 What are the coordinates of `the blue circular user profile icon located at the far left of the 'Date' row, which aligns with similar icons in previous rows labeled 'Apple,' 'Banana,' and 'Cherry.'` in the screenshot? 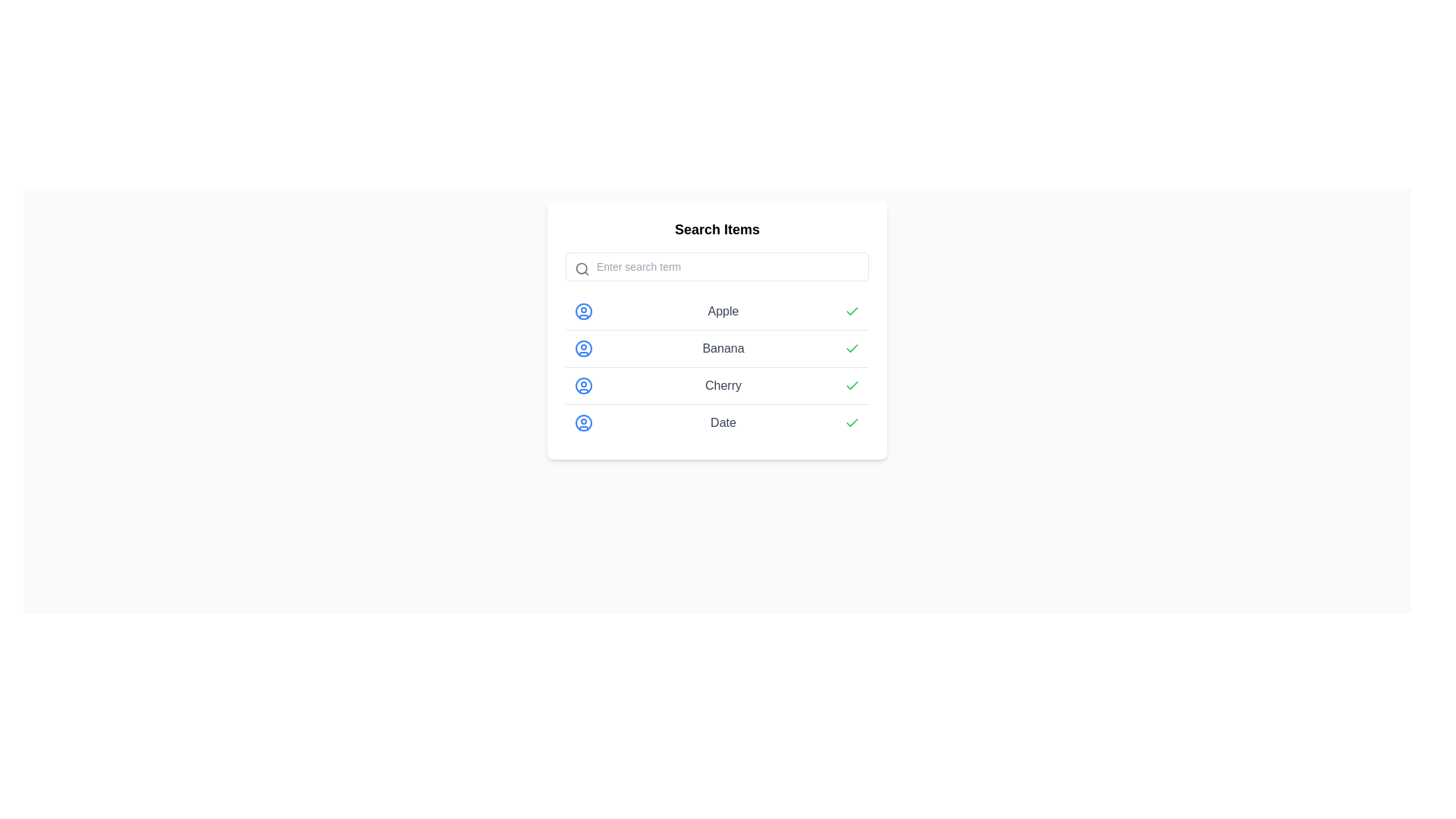 It's located at (582, 423).